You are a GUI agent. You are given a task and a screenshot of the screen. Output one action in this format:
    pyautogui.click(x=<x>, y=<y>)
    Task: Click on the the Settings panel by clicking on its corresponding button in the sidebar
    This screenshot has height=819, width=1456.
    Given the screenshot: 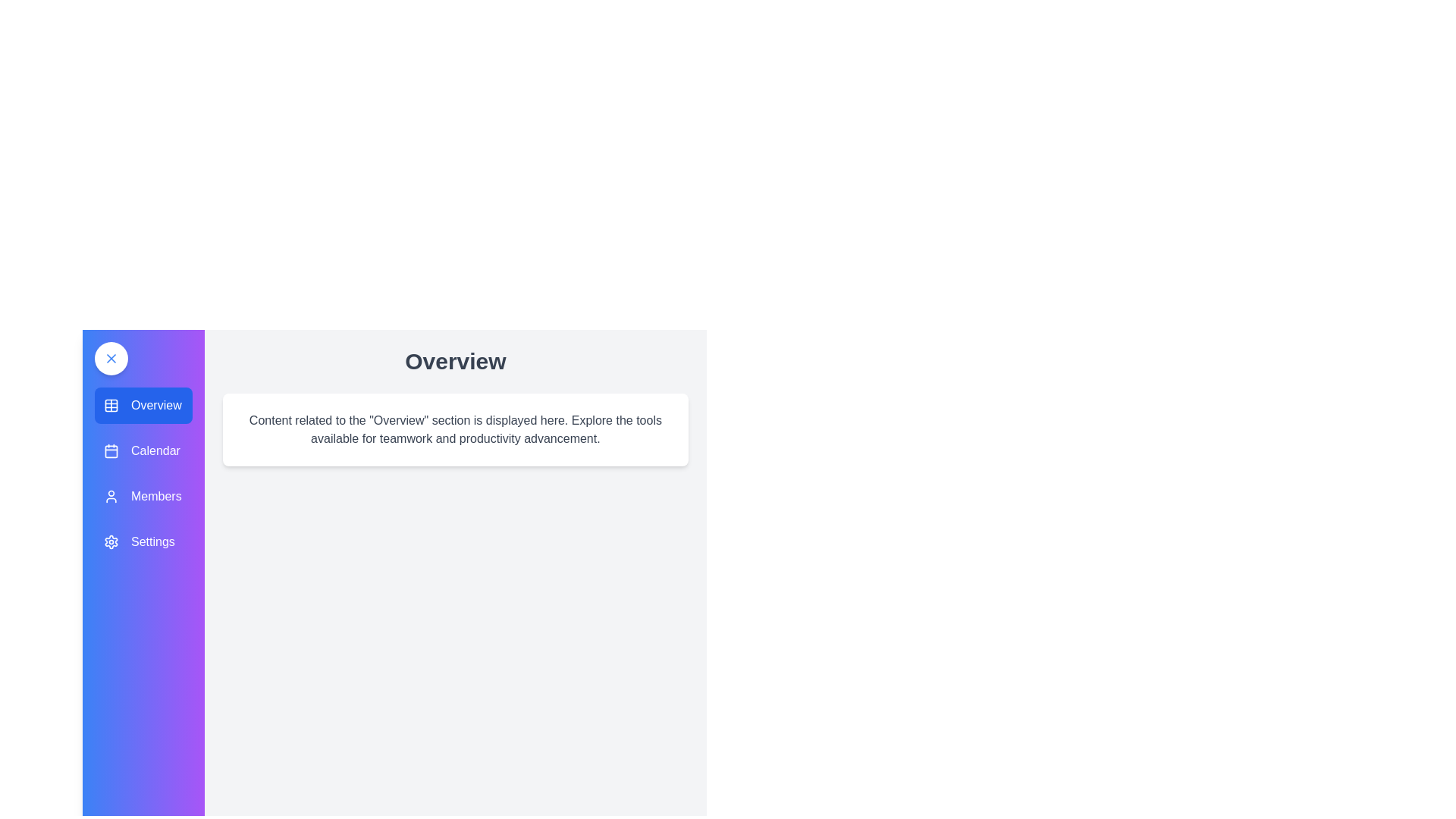 What is the action you would take?
    pyautogui.click(x=143, y=541)
    